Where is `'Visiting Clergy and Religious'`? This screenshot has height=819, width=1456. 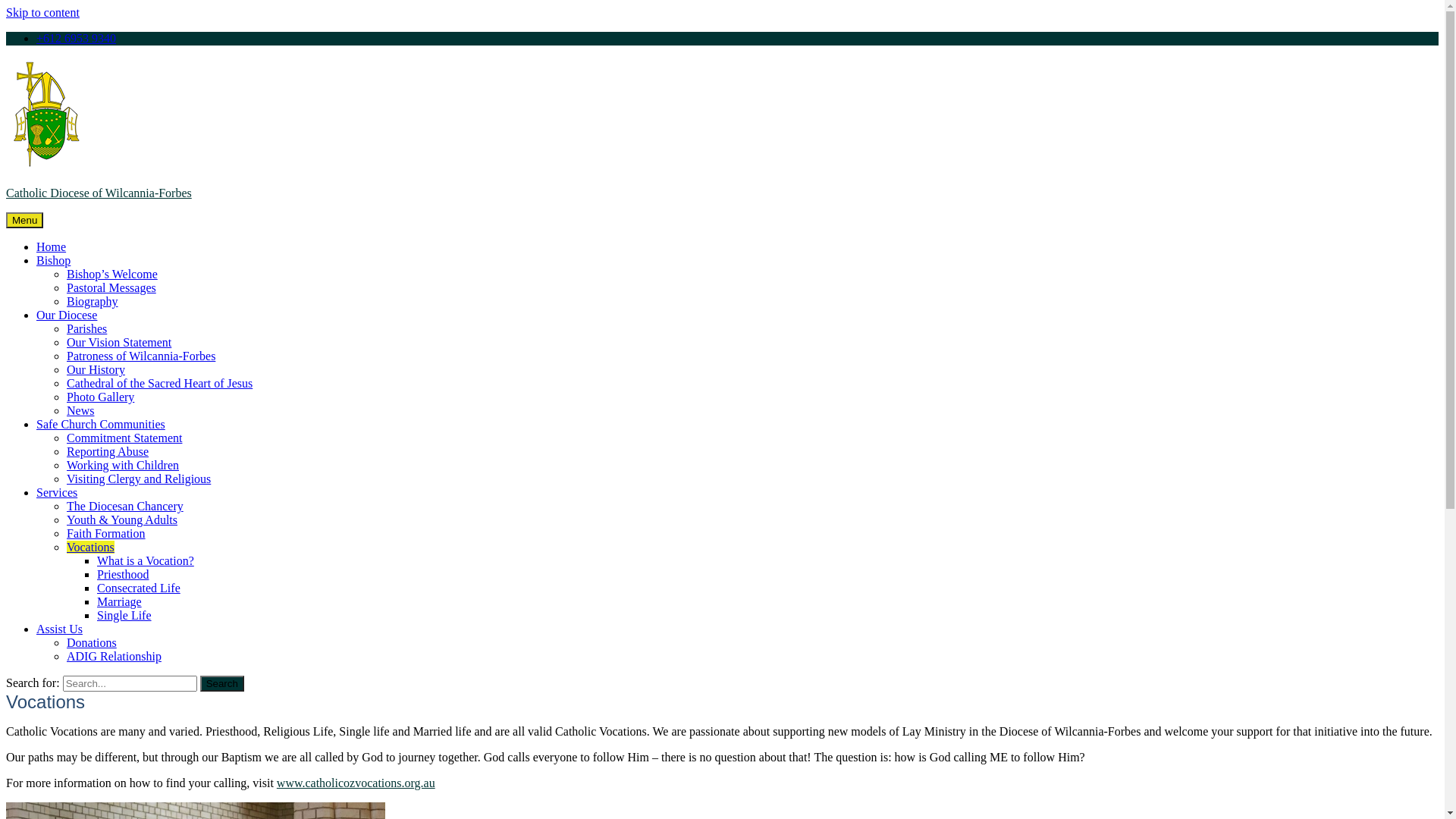 'Visiting Clergy and Religious' is located at coordinates (138, 479).